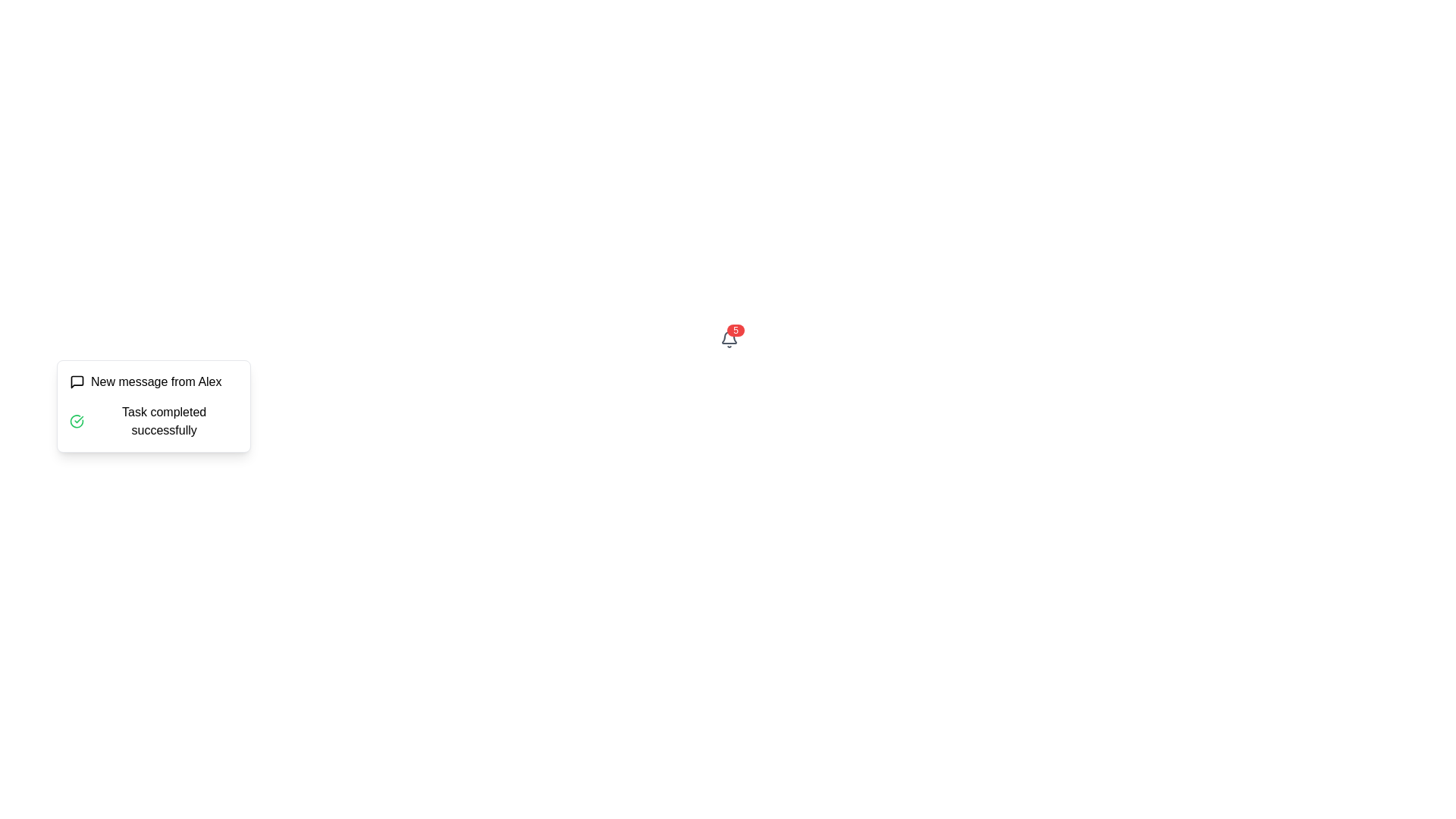 The height and width of the screenshot is (819, 1456). Describe the element at coordinates (156, 381) in the screenshot. I see `text label displaying 'New message from Alex', which is horizontally aligned with an icon to its left` at that location.